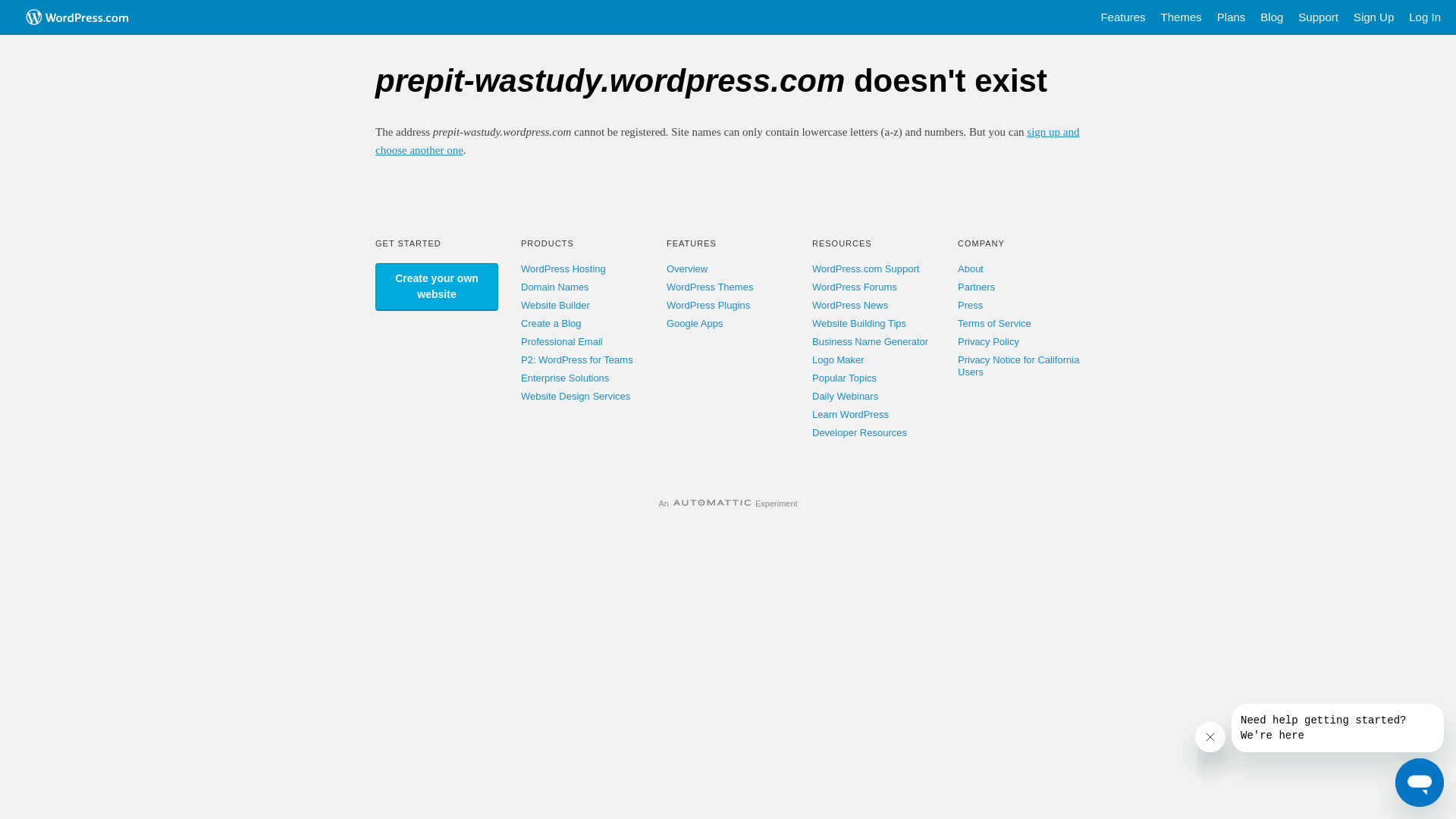 The width and height of the screenshot is (1456, 819). I want to click on 'Message from company', so click(1337, 727).